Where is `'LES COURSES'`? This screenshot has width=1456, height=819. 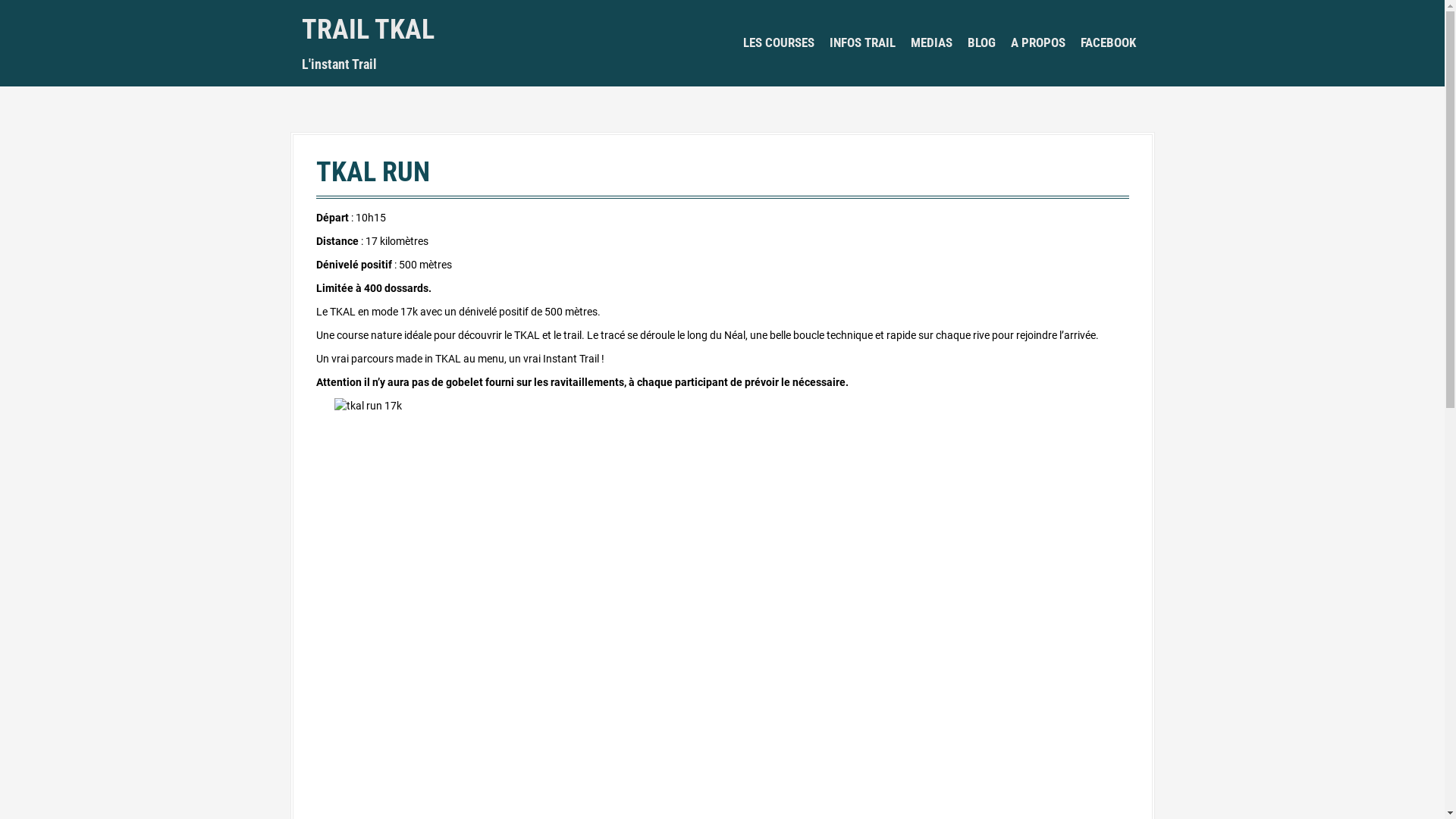 'LES COURSES' is located at coordinates (779, 42).